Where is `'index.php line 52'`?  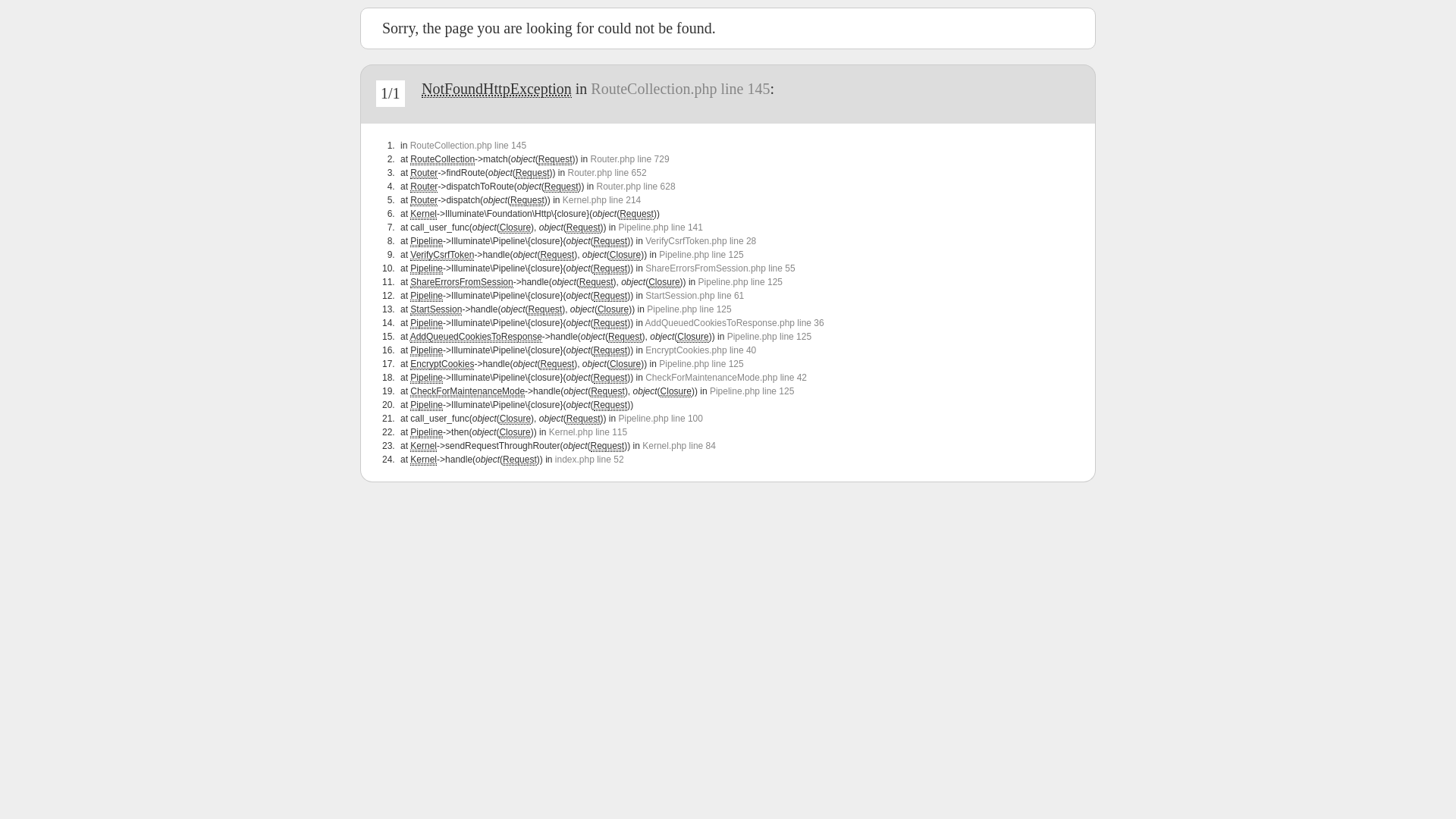 'index.php line 52' is located at coordinates (588, 458).